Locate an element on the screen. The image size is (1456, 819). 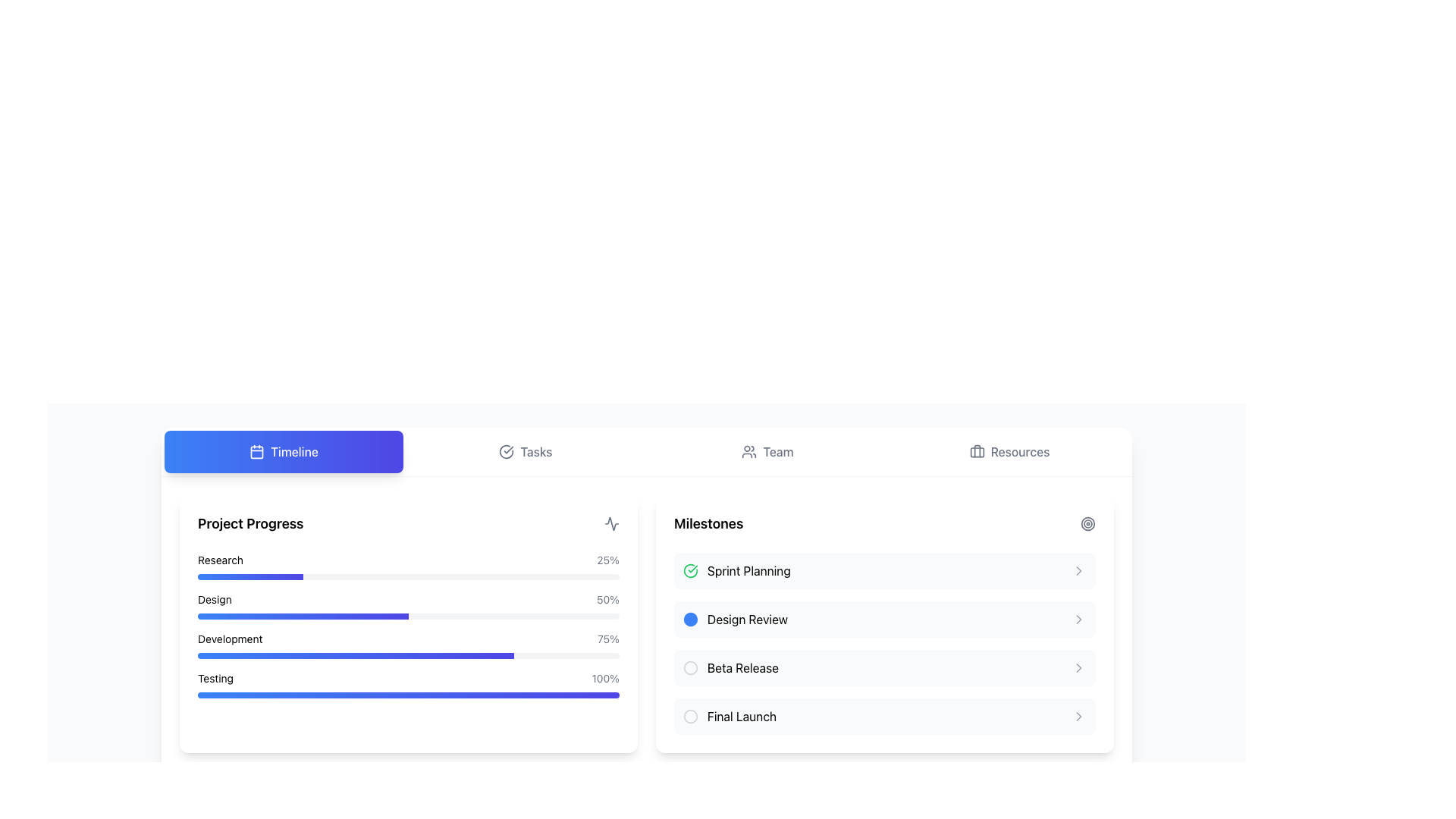
the first list item labeled 'Sprint Planning' in the milestones section is located at coordinates (884, 570).